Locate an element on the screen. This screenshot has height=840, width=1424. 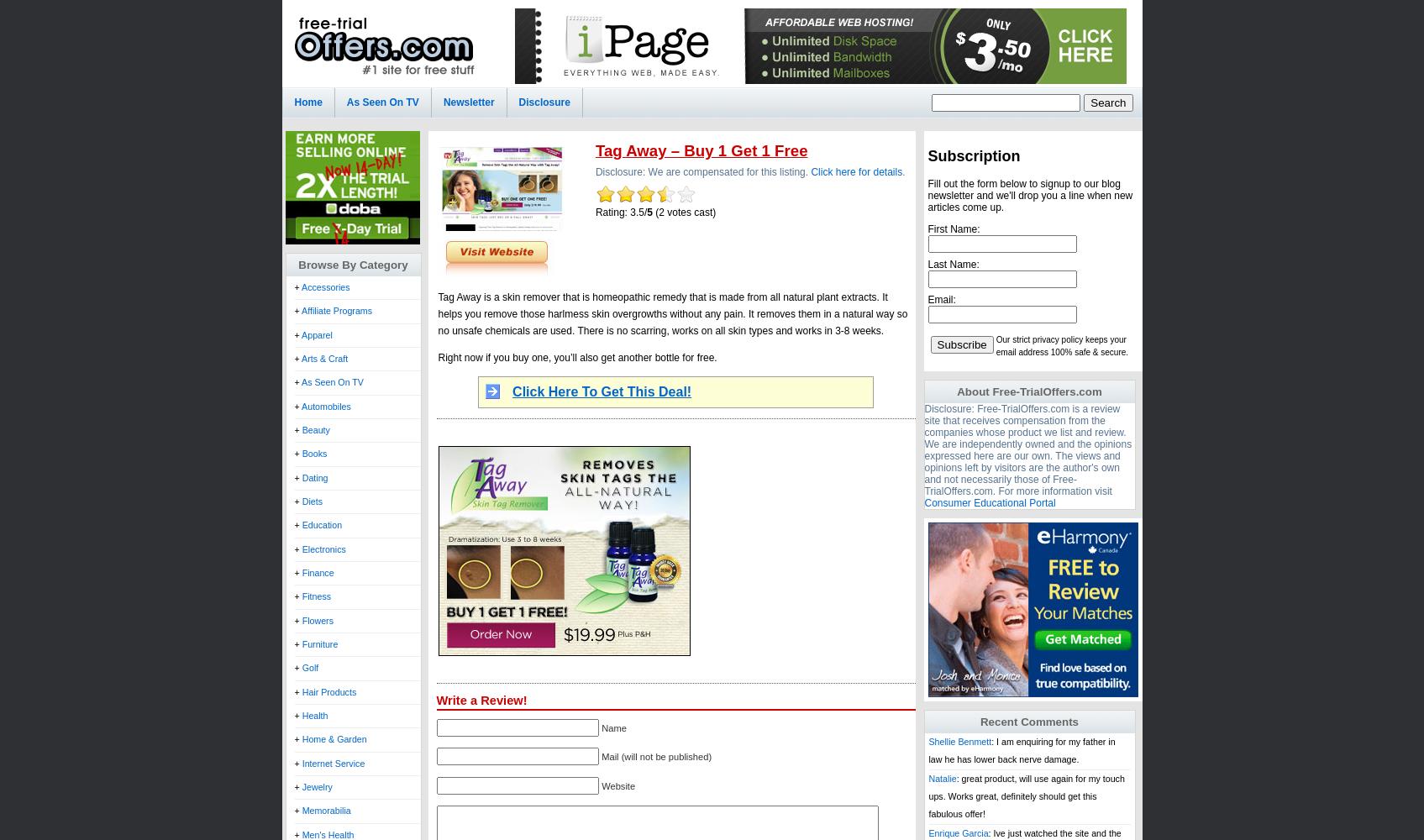
'.' is located at coordinates (903, 171).